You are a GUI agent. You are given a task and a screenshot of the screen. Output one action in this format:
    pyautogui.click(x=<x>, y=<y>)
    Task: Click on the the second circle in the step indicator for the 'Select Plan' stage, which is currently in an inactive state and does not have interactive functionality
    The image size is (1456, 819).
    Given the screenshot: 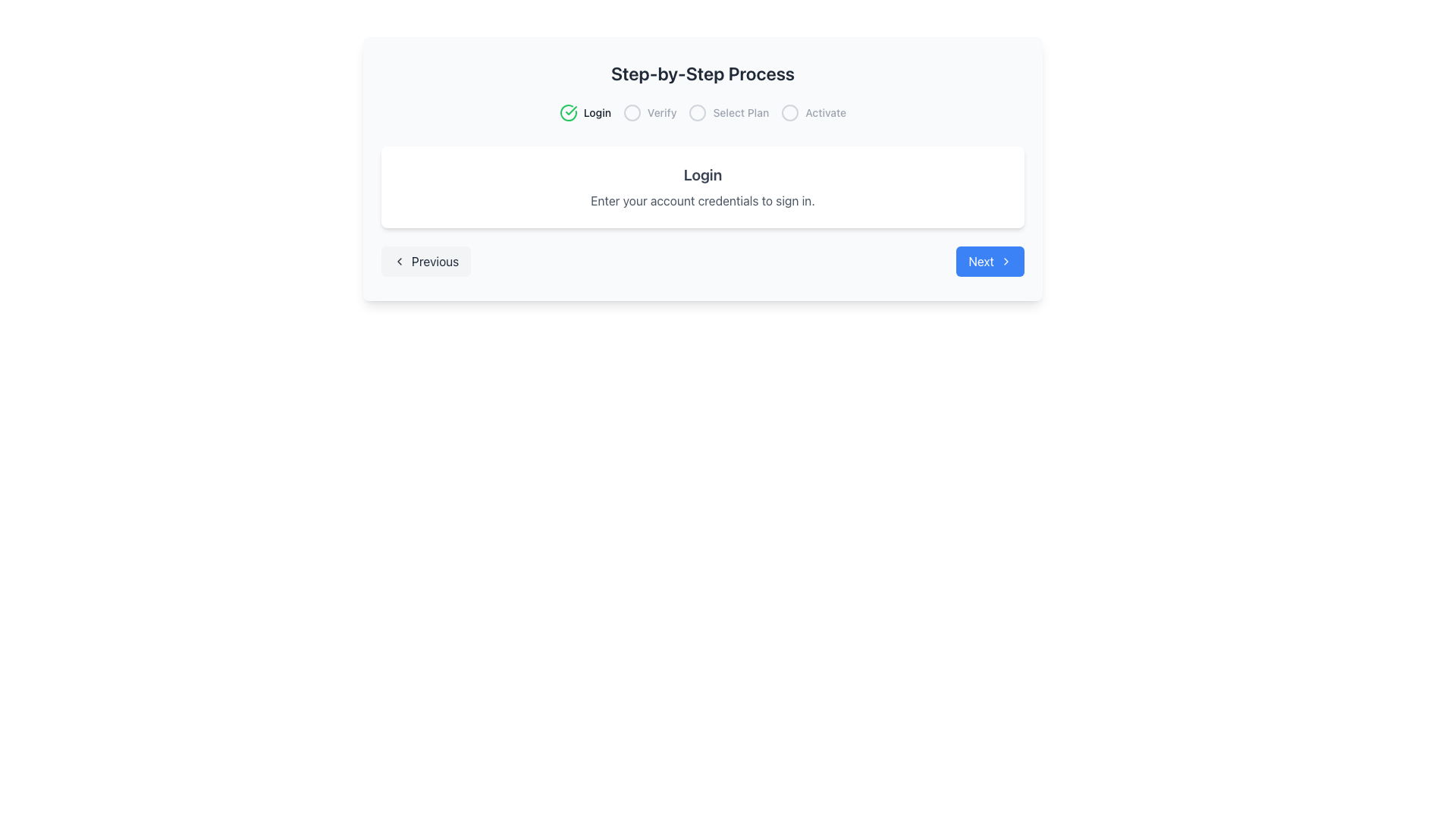 What is the action you would take?
    pyautogui.click(x=697, y=112)
    